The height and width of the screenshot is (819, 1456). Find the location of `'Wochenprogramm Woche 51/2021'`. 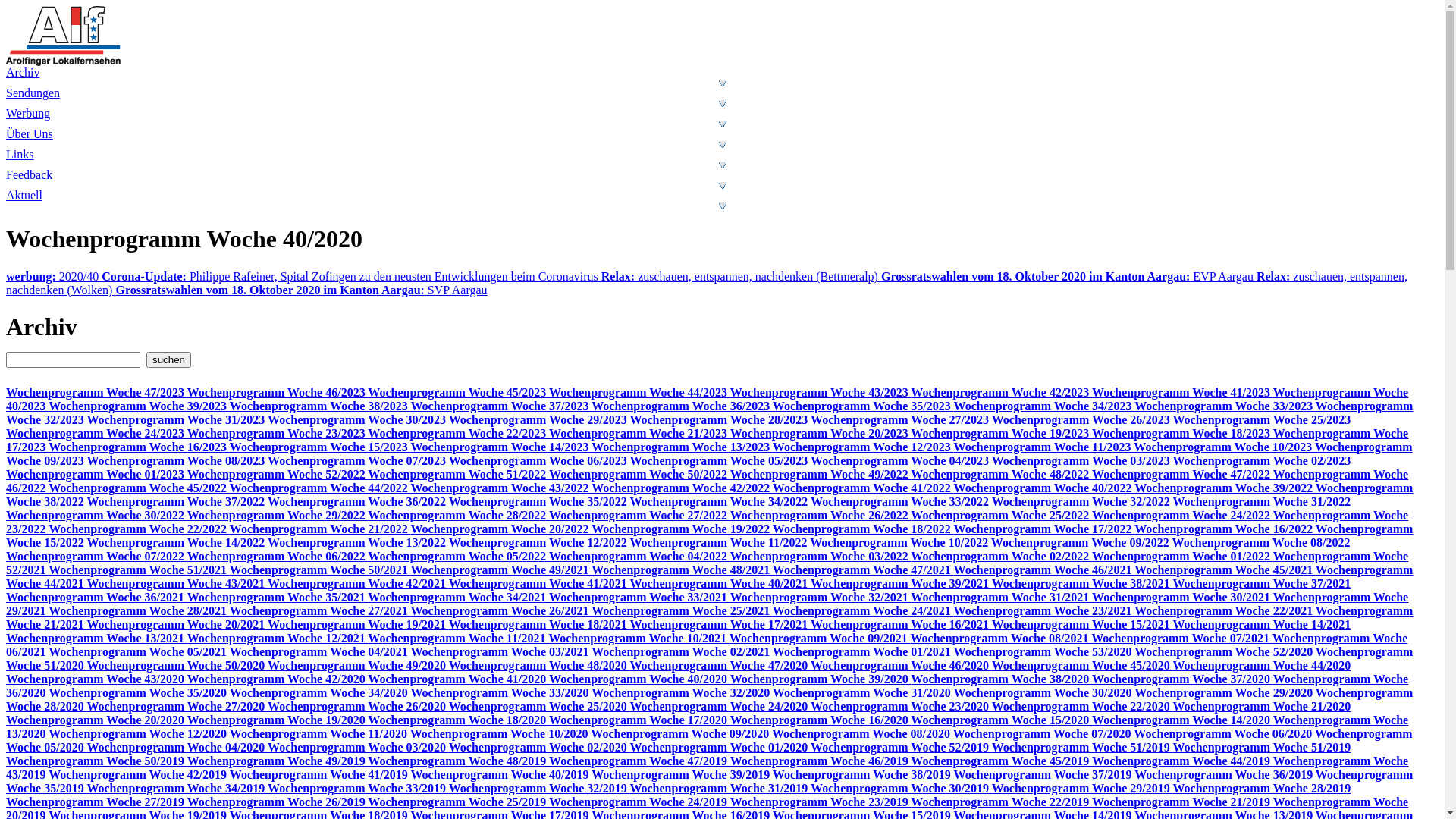

'Wochenprogramm Woche 51/2021' is located at coordinates (139, 570).